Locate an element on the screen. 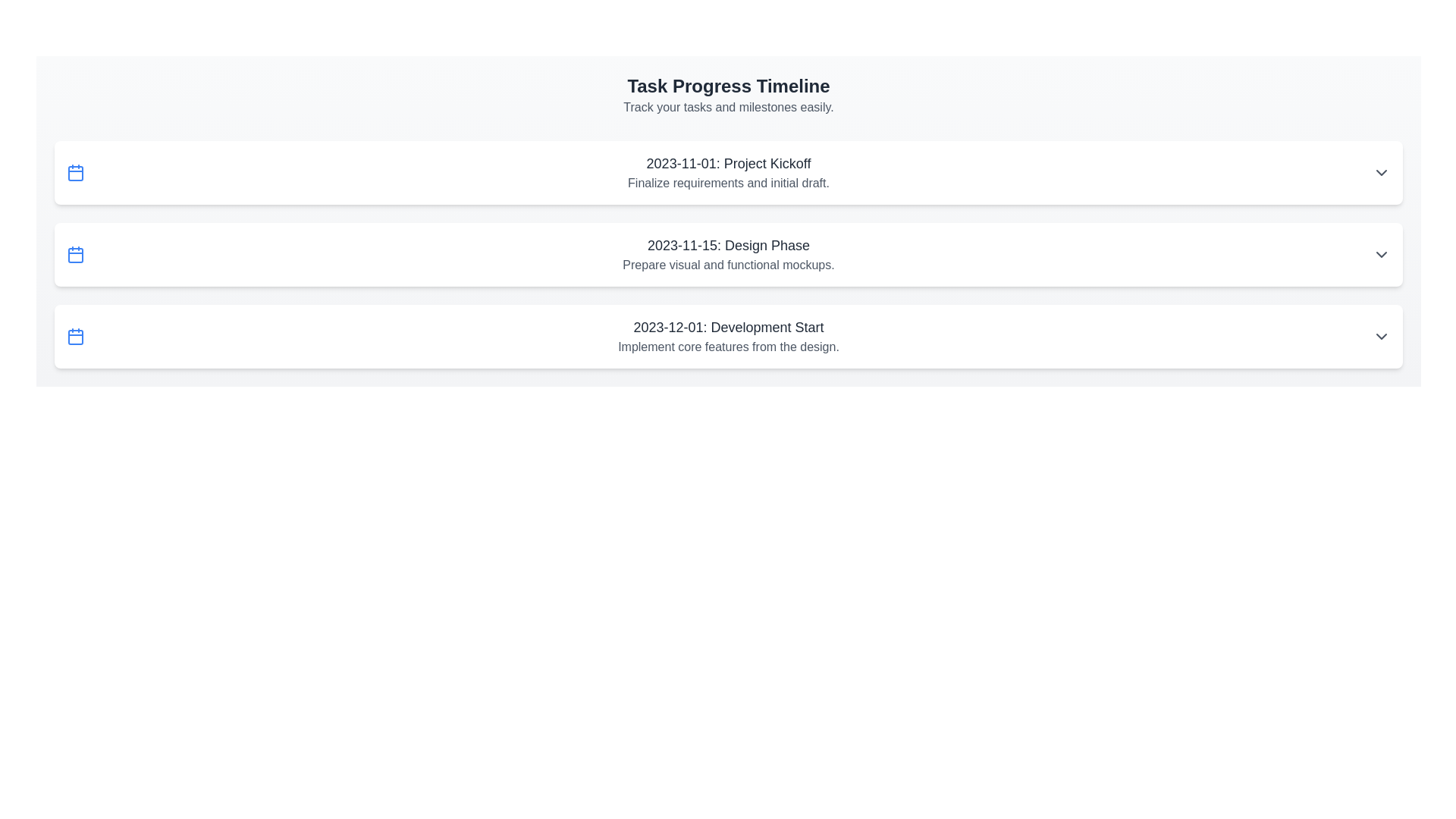  text label that contains 'Implement core features from the design.' which is styled in a smaller, lighter gray font and positioned below the main header text '2023-12-01: Development Start' is located at coordinates (728, 347).